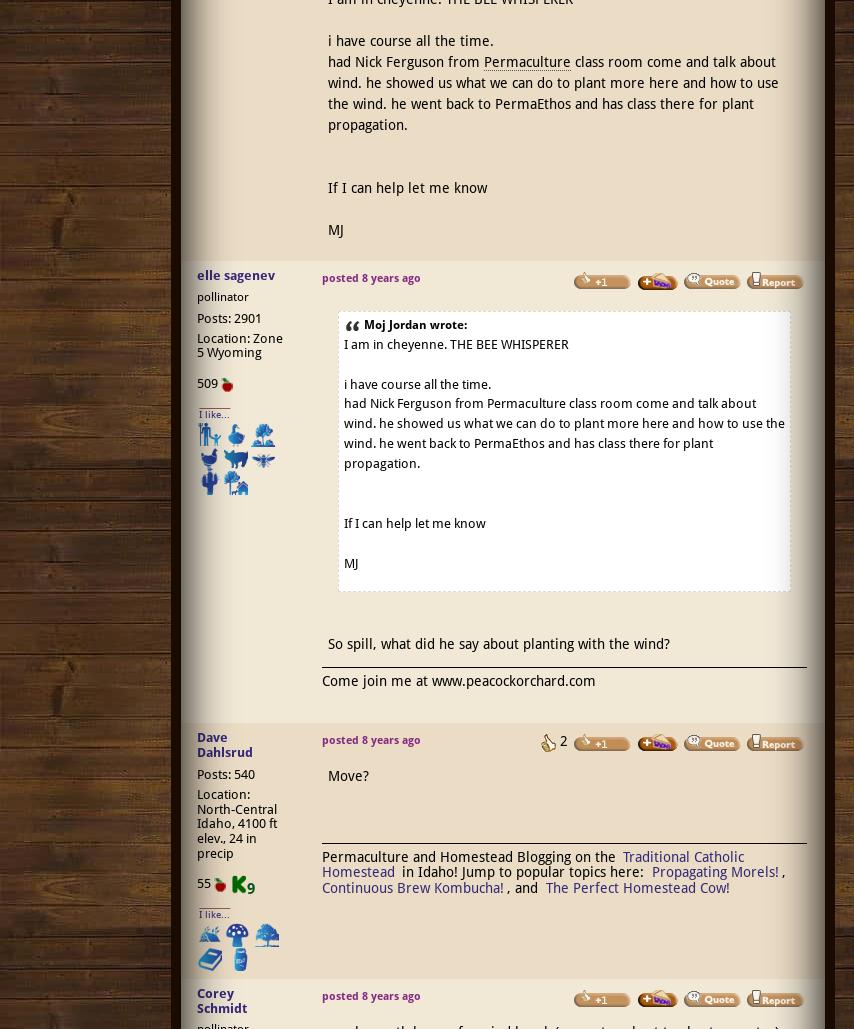 This screenshot has width=854, height=1029. What do you see at coordinates (562, 740) in the screenshot?
I see `'2'` at bounding box center [562, 740].